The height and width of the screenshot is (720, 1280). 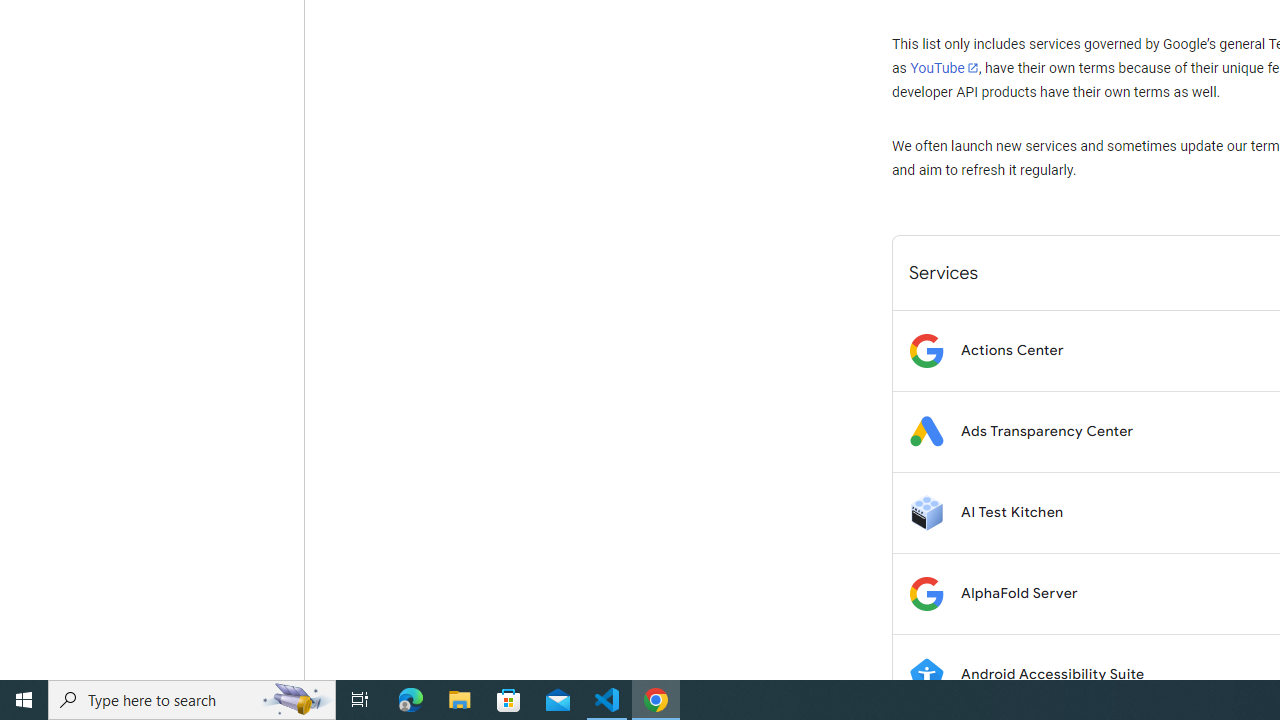 What do you see at coordinates (943, 67) in the screenshot?
I see `'YouTube'` at bounding box center [943, 67].